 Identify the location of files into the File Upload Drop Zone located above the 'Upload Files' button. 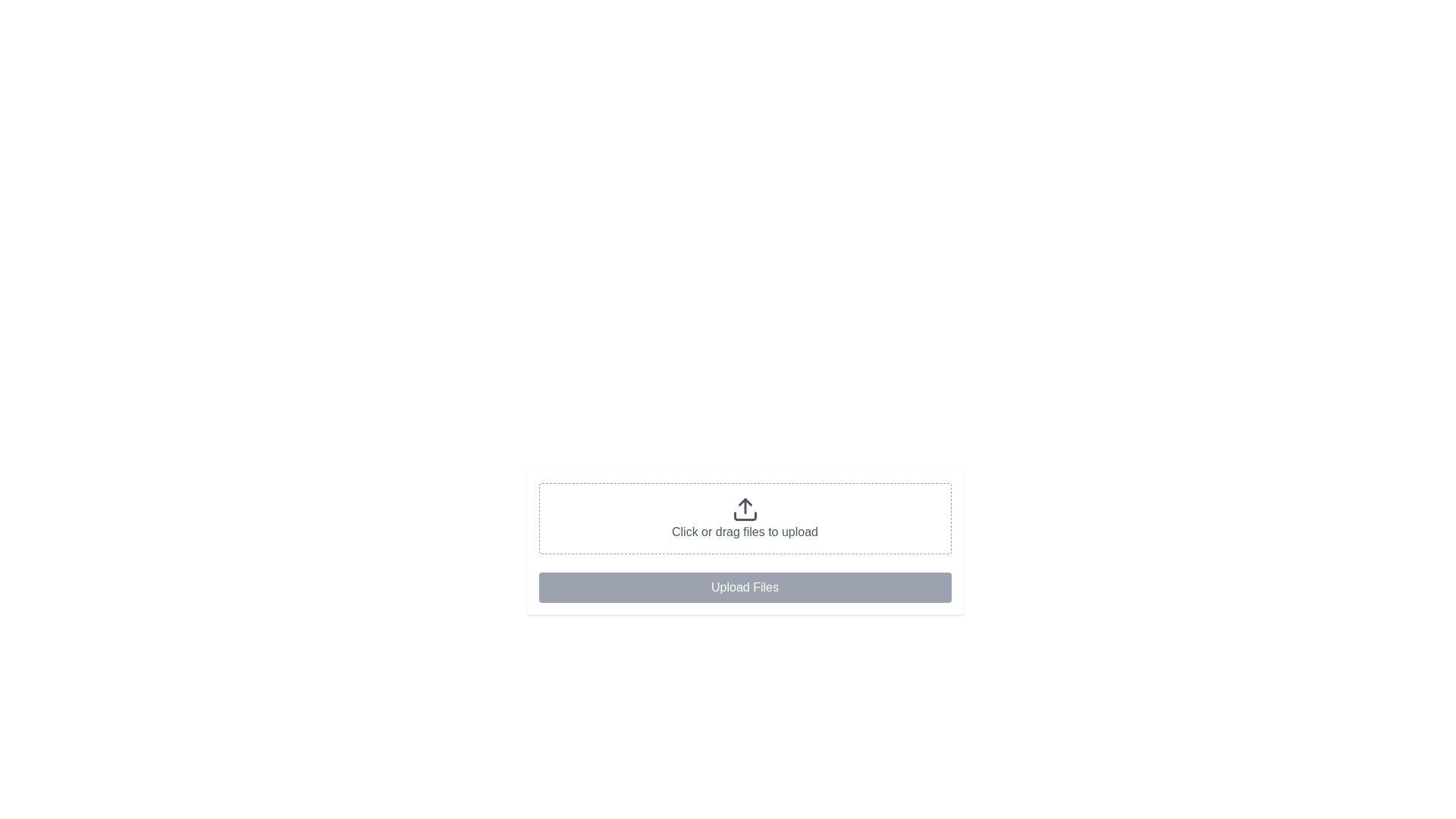
(745, 517).